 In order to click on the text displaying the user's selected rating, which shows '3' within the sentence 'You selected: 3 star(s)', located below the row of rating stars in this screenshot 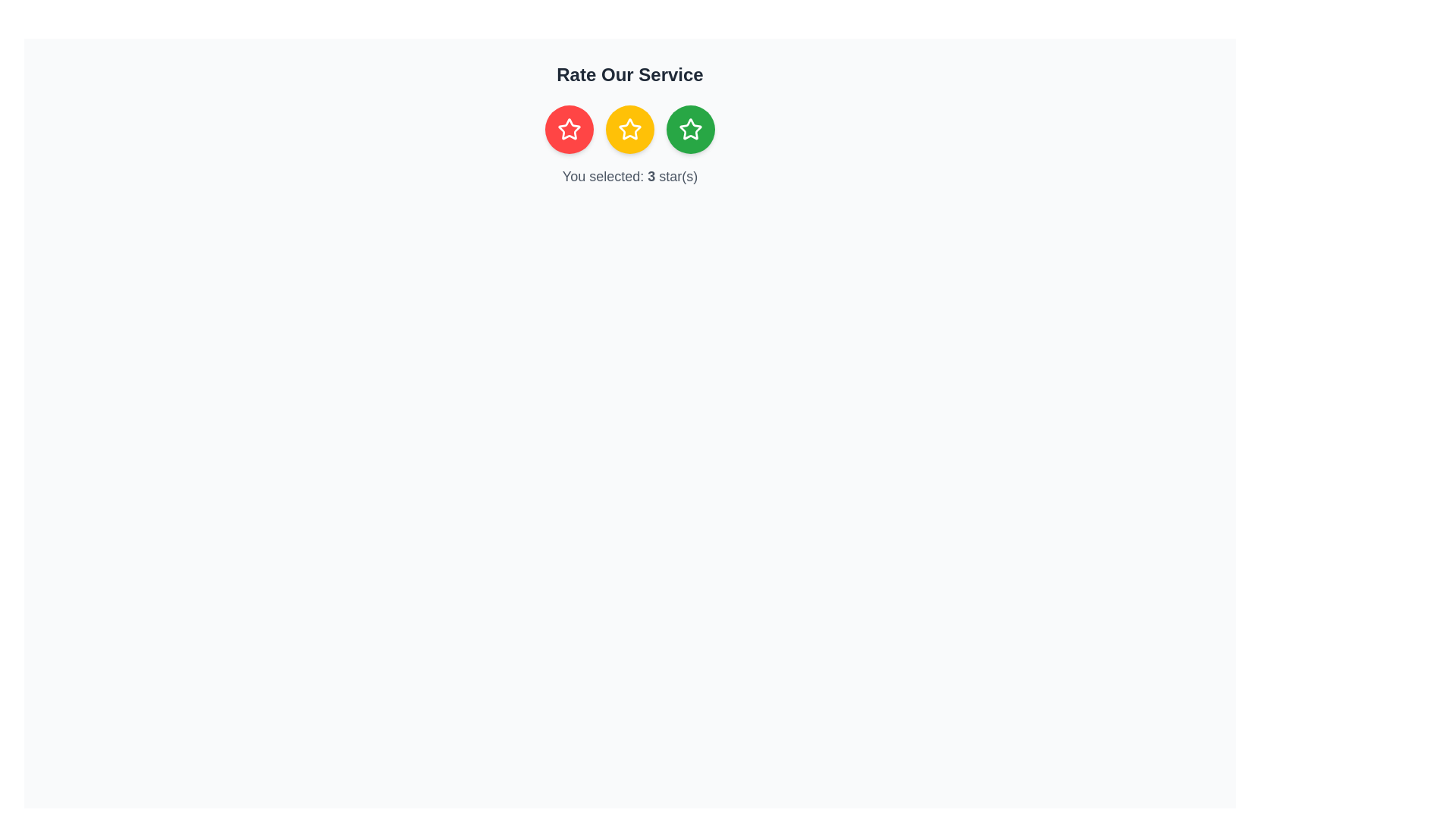, I will do `click(651, 175)`.